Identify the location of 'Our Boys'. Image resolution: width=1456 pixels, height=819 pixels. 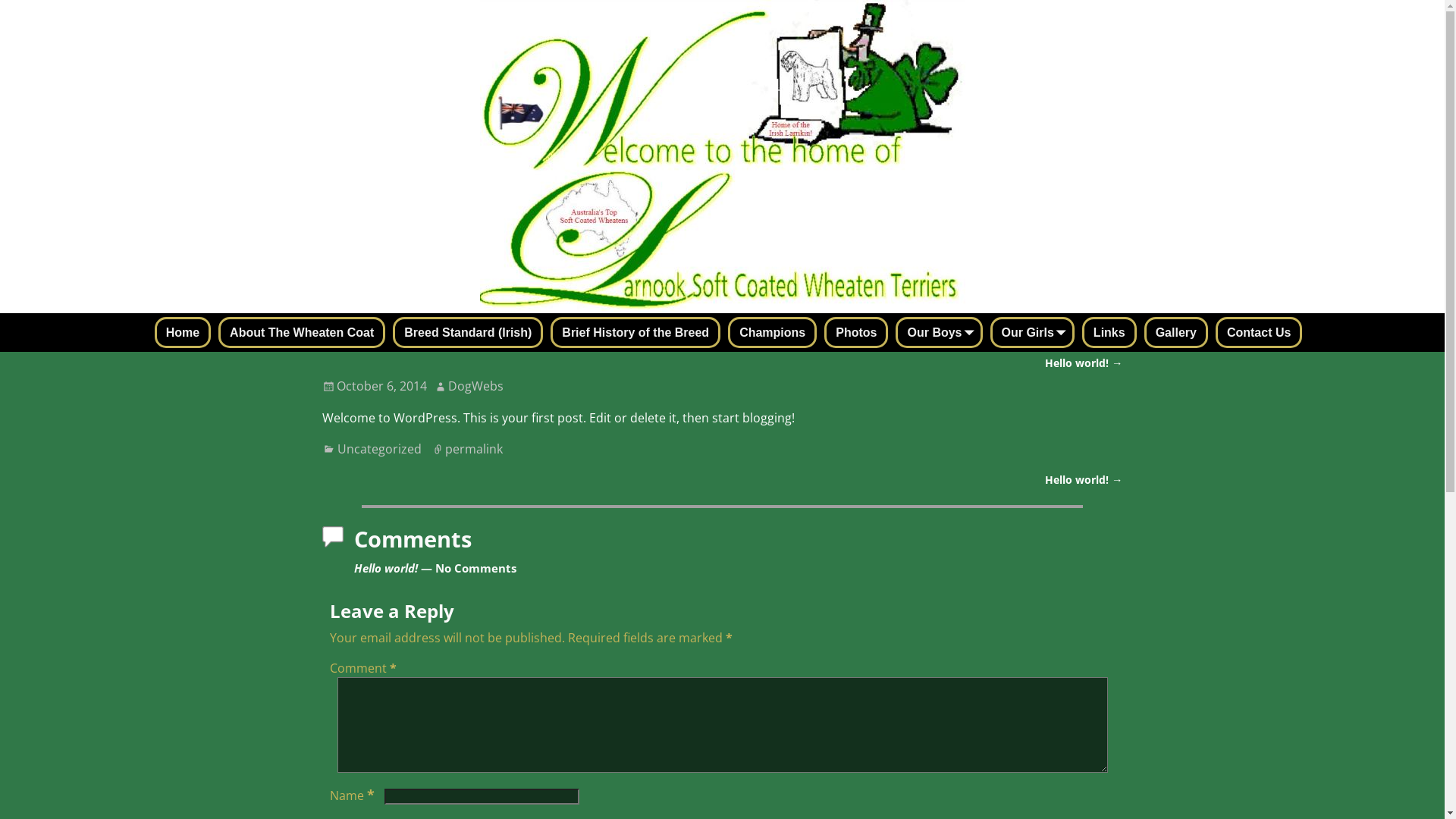
(938, 331).